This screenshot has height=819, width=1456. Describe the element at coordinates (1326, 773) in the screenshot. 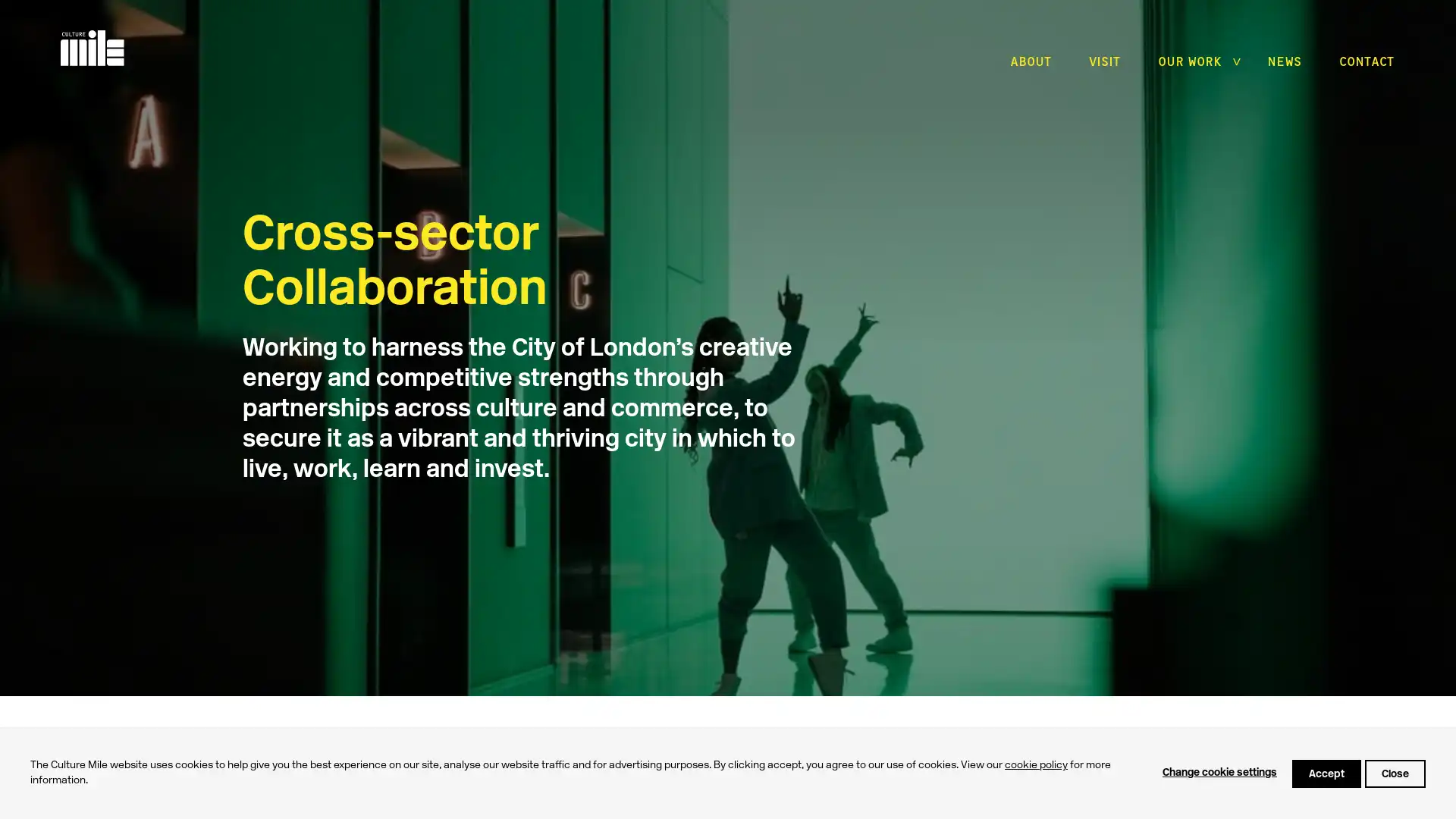

I see `Accept` at that location.